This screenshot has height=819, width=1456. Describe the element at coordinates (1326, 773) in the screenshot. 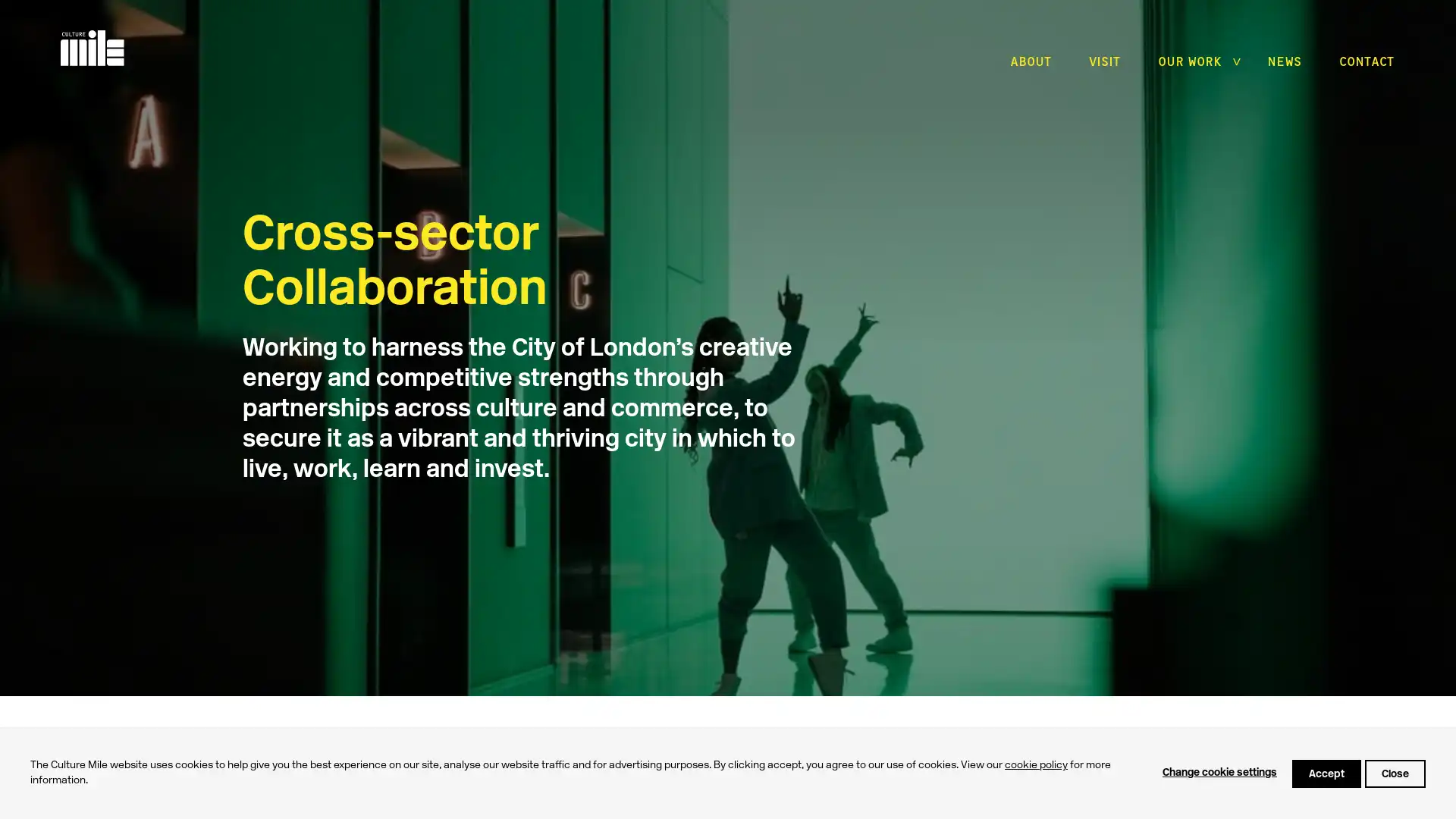

I see `Accept` at that location.